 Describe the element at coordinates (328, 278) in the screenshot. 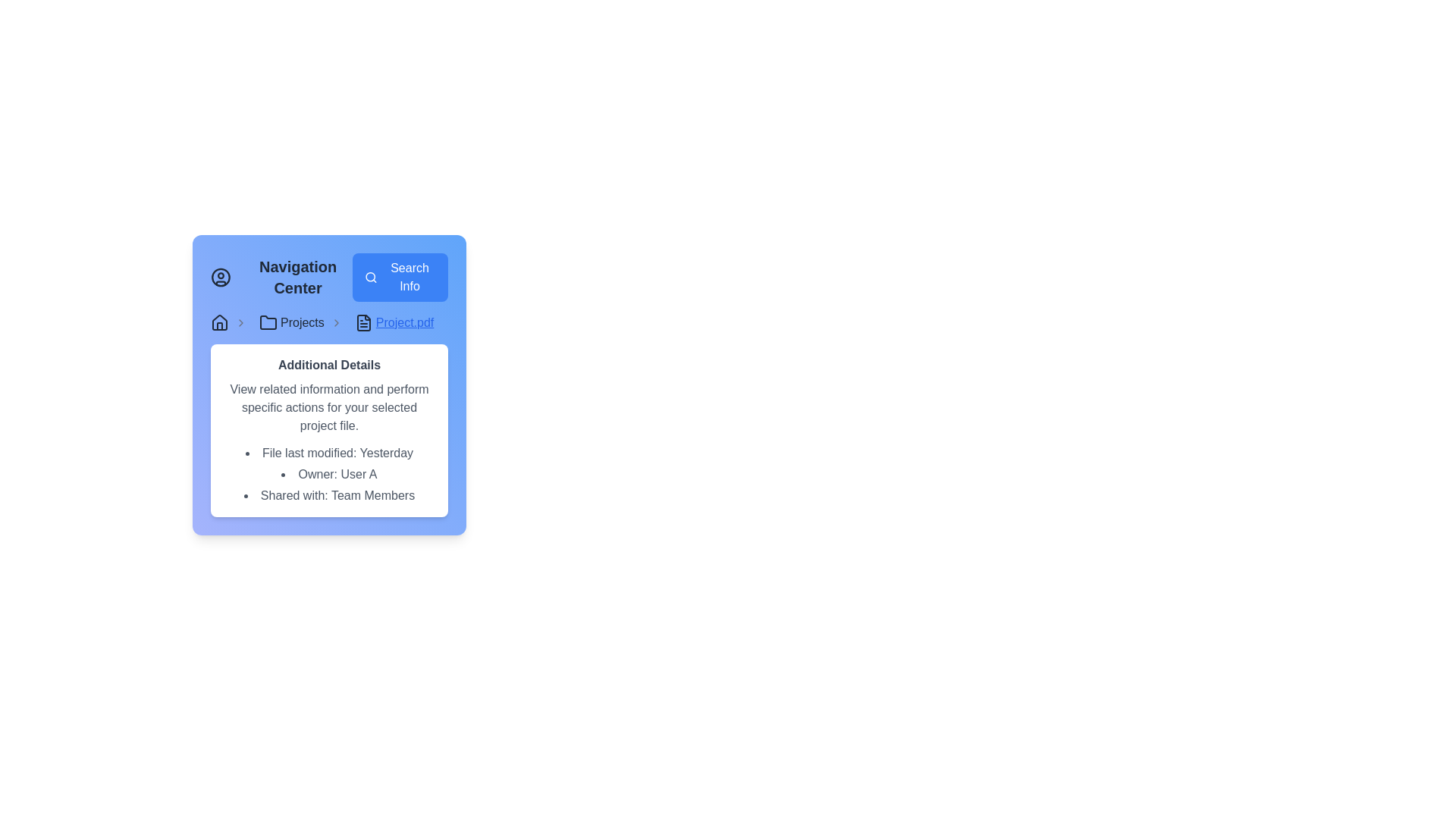

I see `the 'Navigation Center' text in the header section of the card` at that location.